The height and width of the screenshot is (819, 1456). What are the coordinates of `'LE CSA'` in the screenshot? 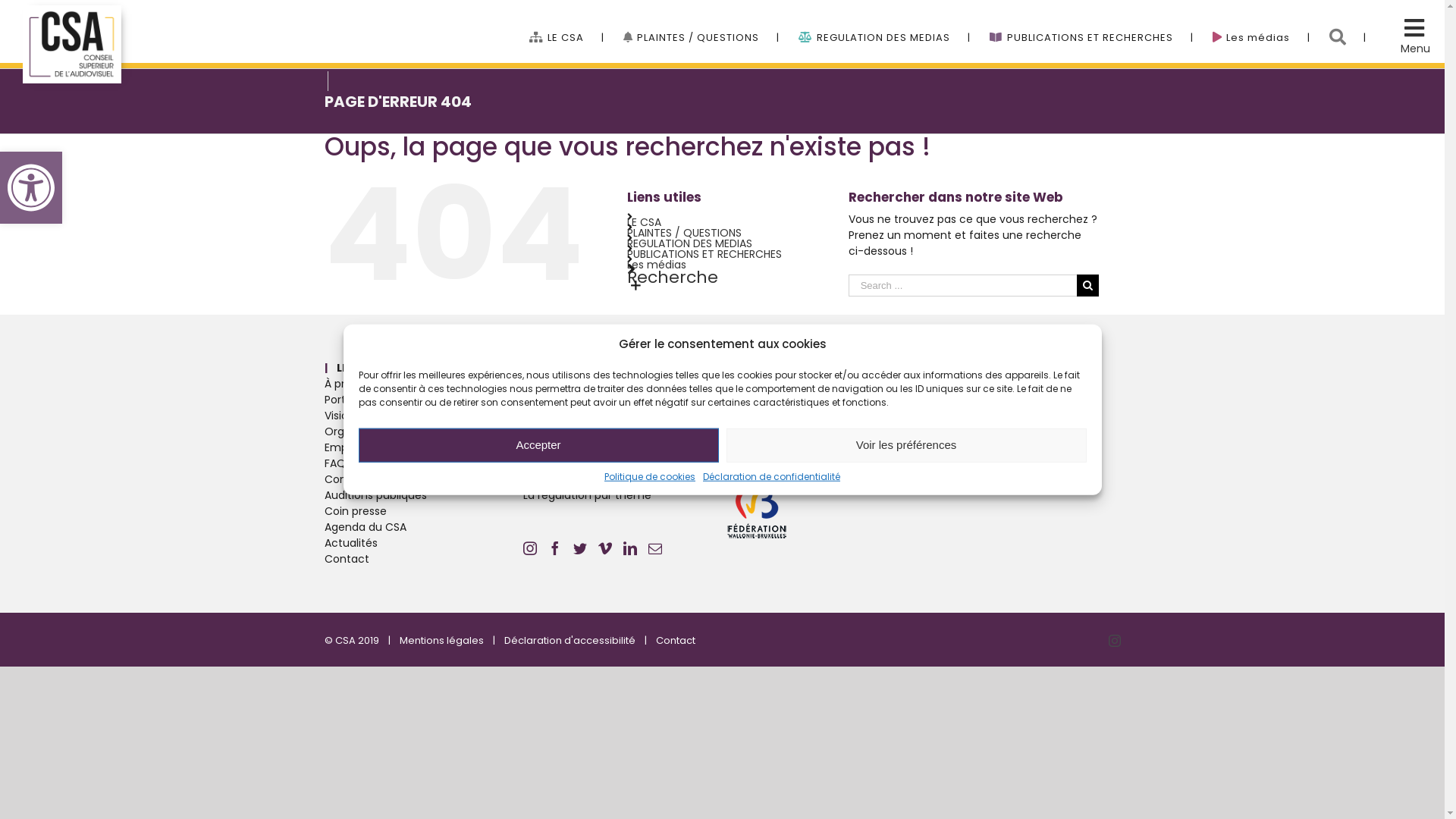 It's located at (566, 22).